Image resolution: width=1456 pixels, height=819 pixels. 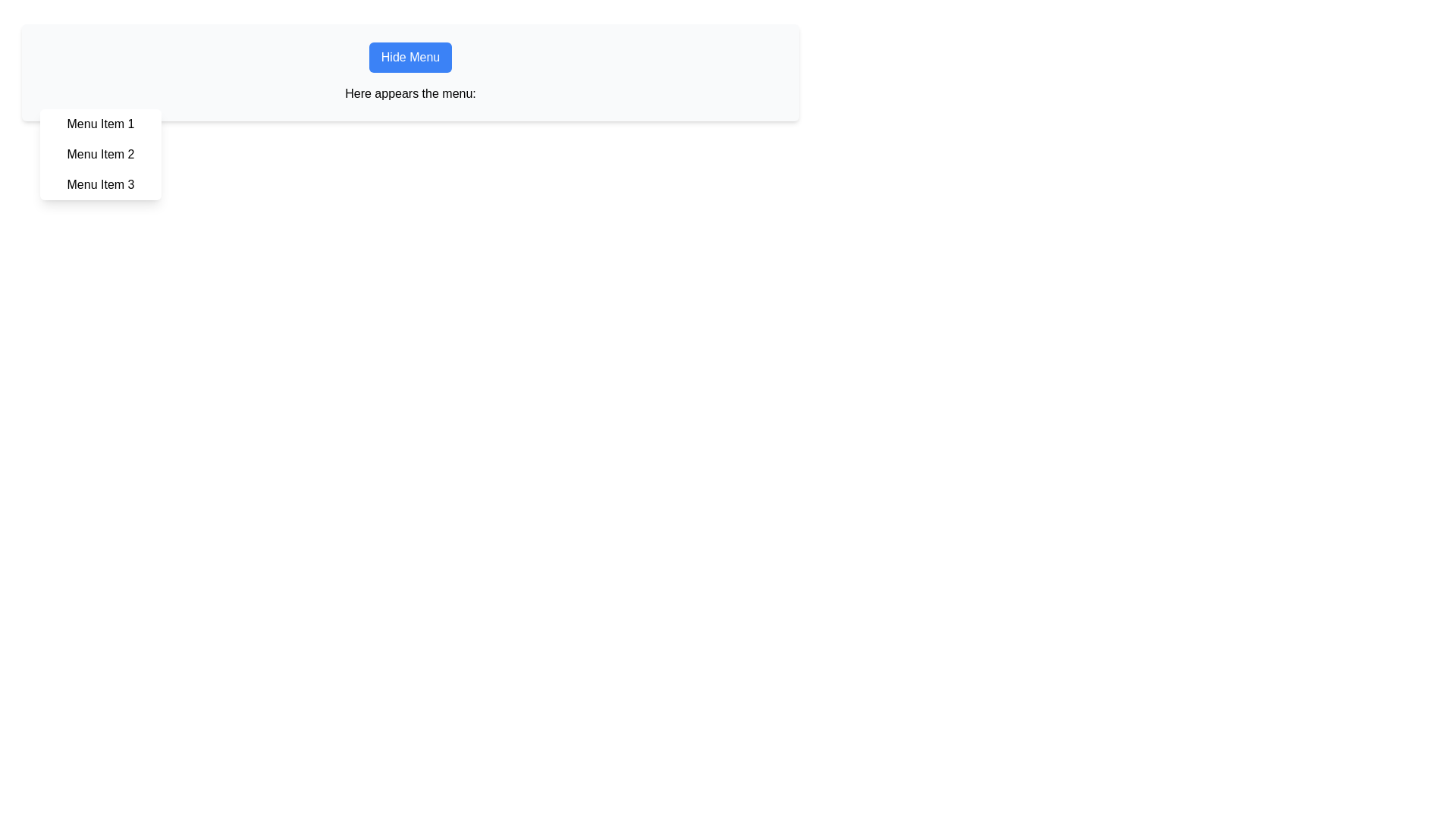 What do you see at coordinates (100, 155) in the screenshot?
I see `the menu item displaying 'Menu Item 2', which is the second item in a vertical menu list positioned in the upper left quadrant of the interface` at bounding box center [100, 155].